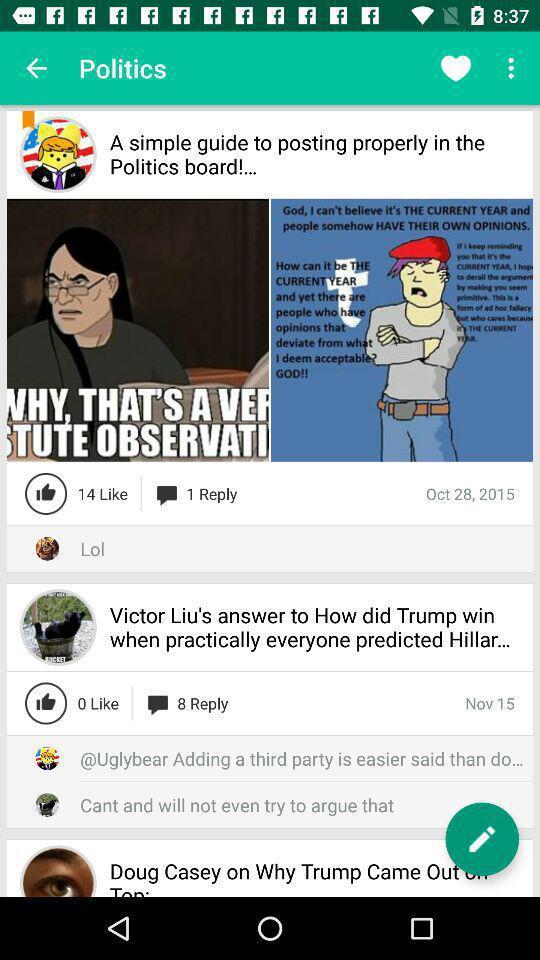  Describe the element at coordinates (481, 839) in the screenshot. I see `edit button which is at bottom right corner of the page` at that location.